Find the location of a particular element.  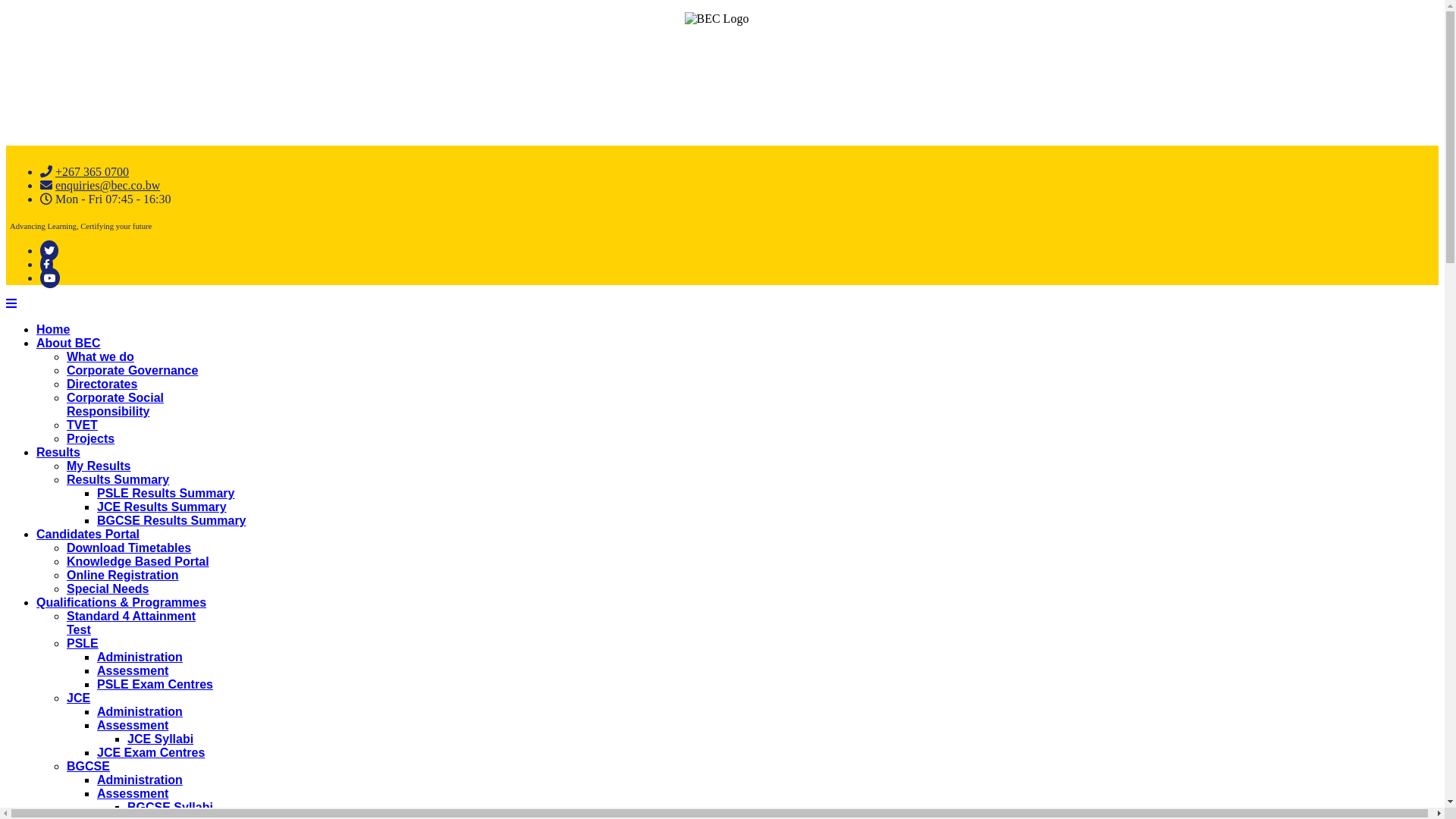

'What we do' is located at coordinates (99, 356).